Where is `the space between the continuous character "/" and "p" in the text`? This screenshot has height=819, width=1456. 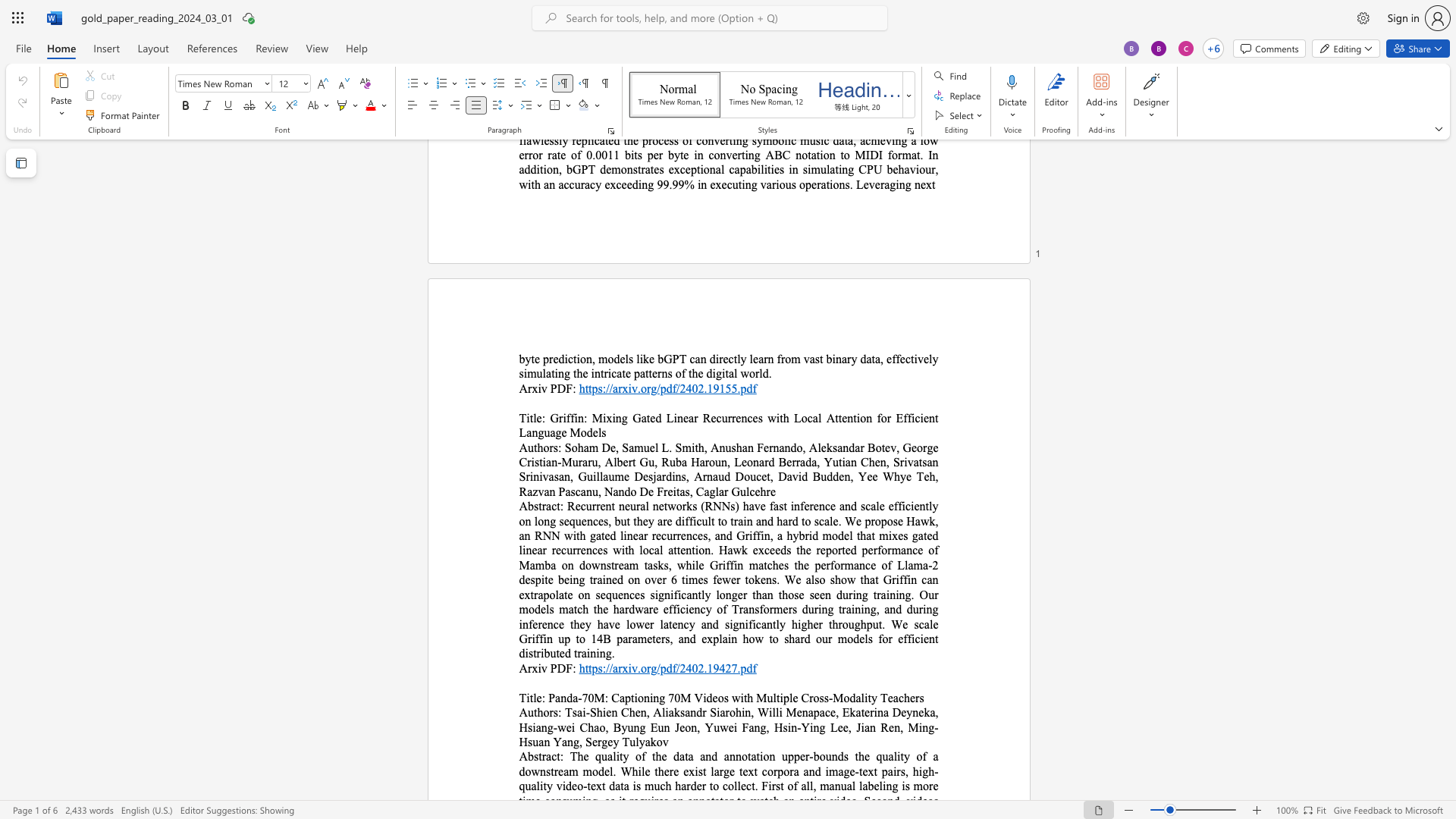
the space between the continuous character "/" and "p" in the text is located at coordinates (661, 667).